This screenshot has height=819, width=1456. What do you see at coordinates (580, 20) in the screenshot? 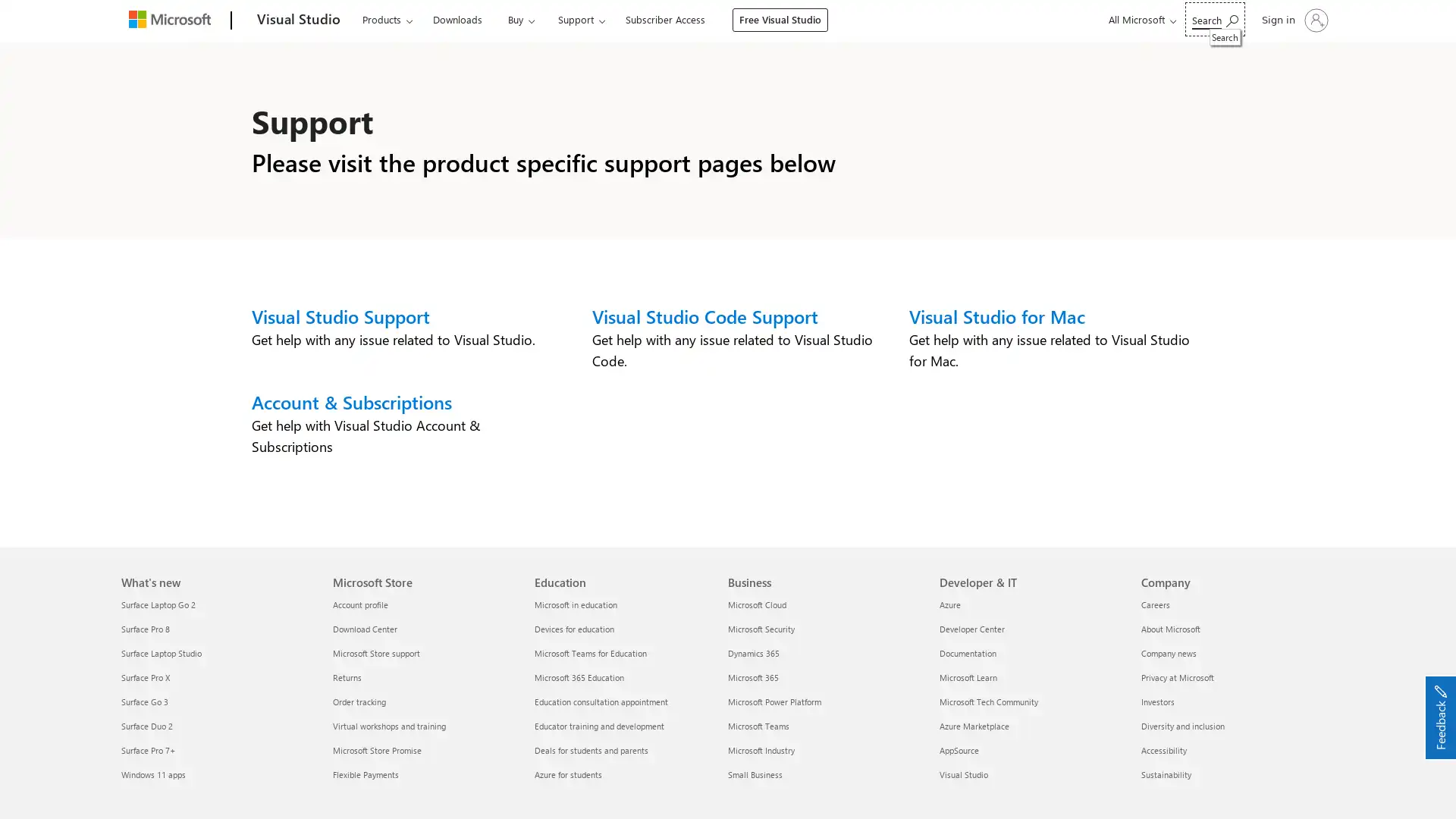
I see `Support` at bounding box center [580, 20].